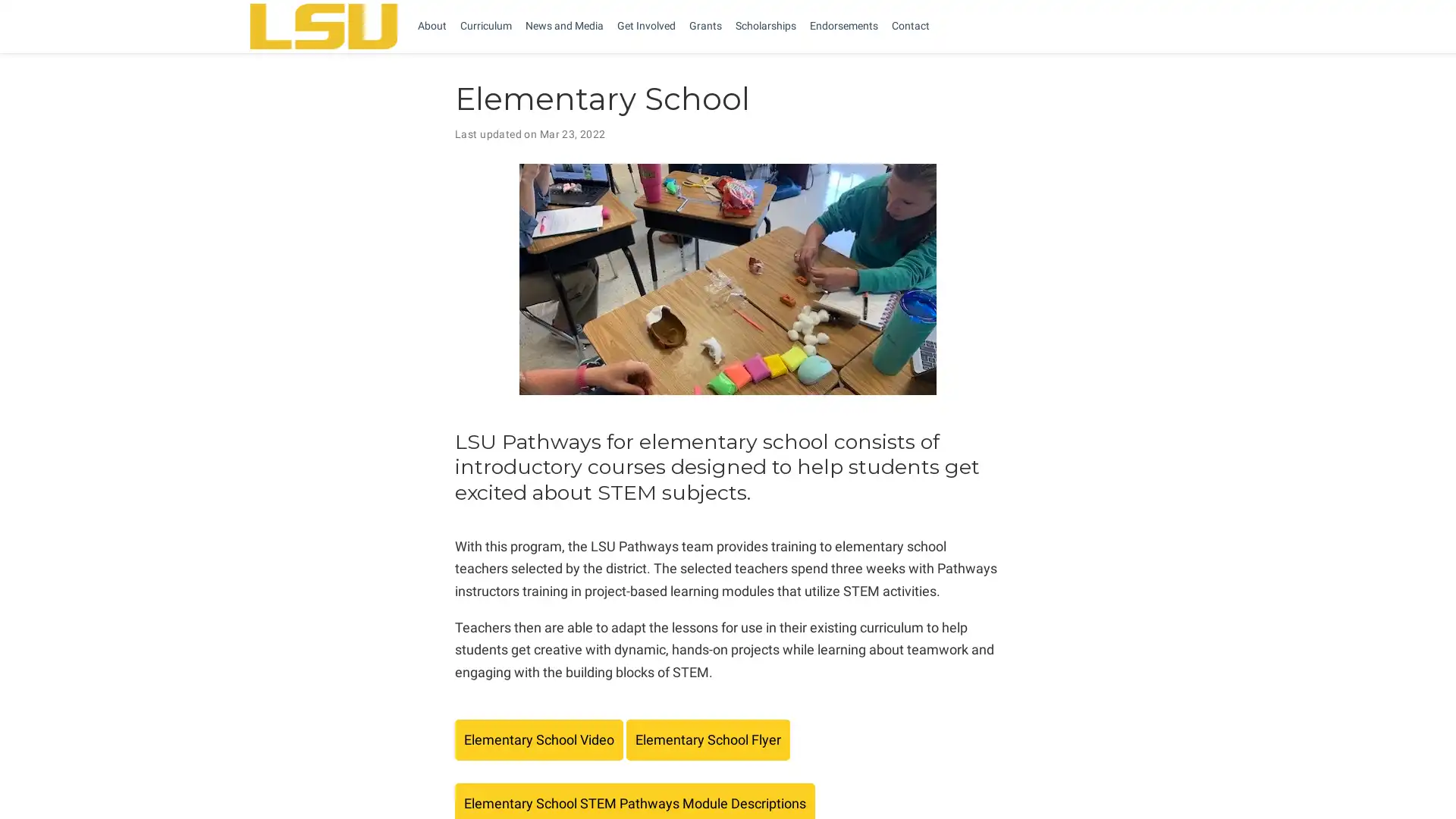 The height and width of the screenshot is (819, 1456). What do you see at coordinates (708, 739) in the screenshot?
I see `Elementary School Flyer` at bounding box center [708, 739].